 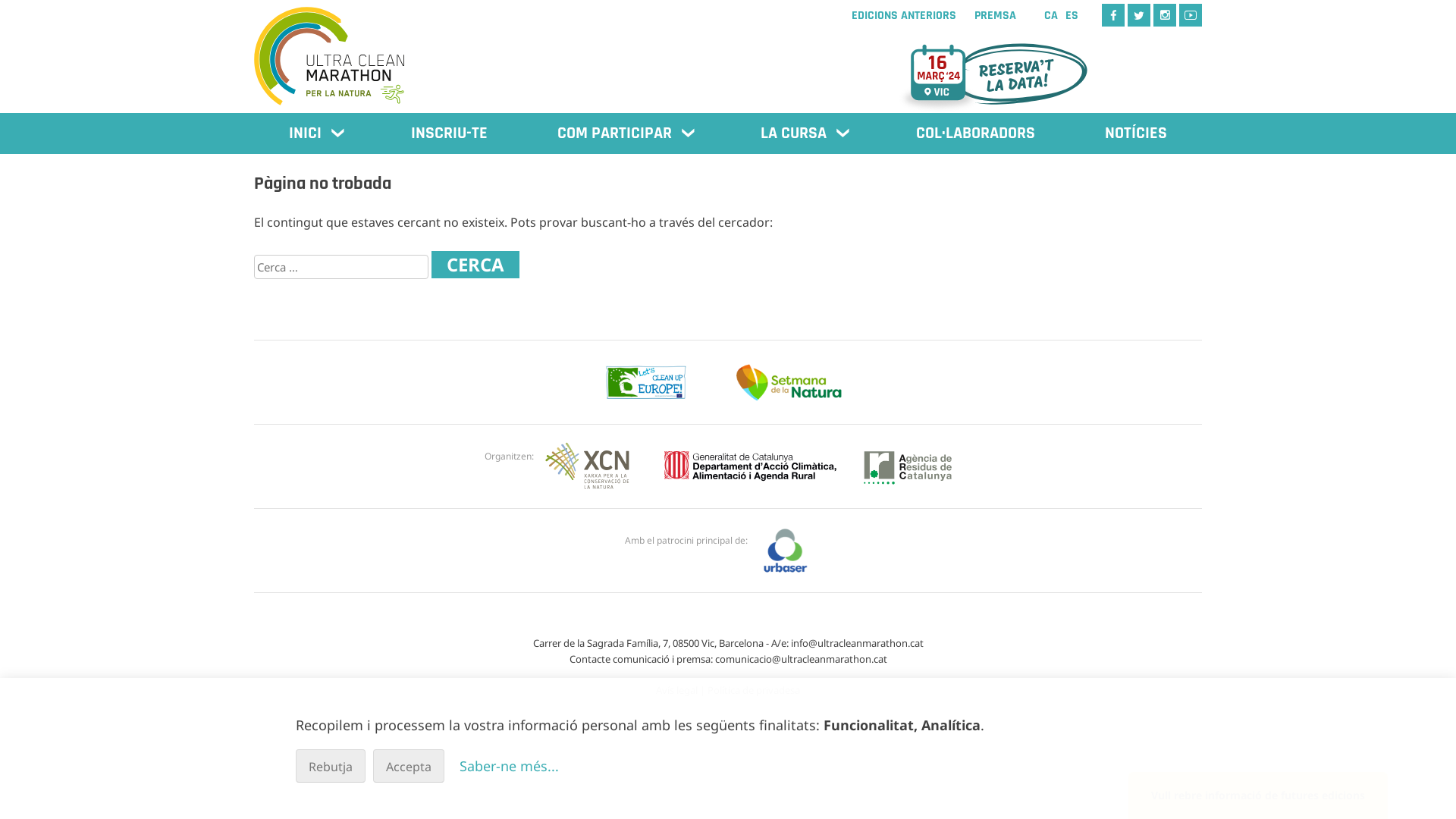 I want to click on 'Facebook', so click(x=1113, y=14).